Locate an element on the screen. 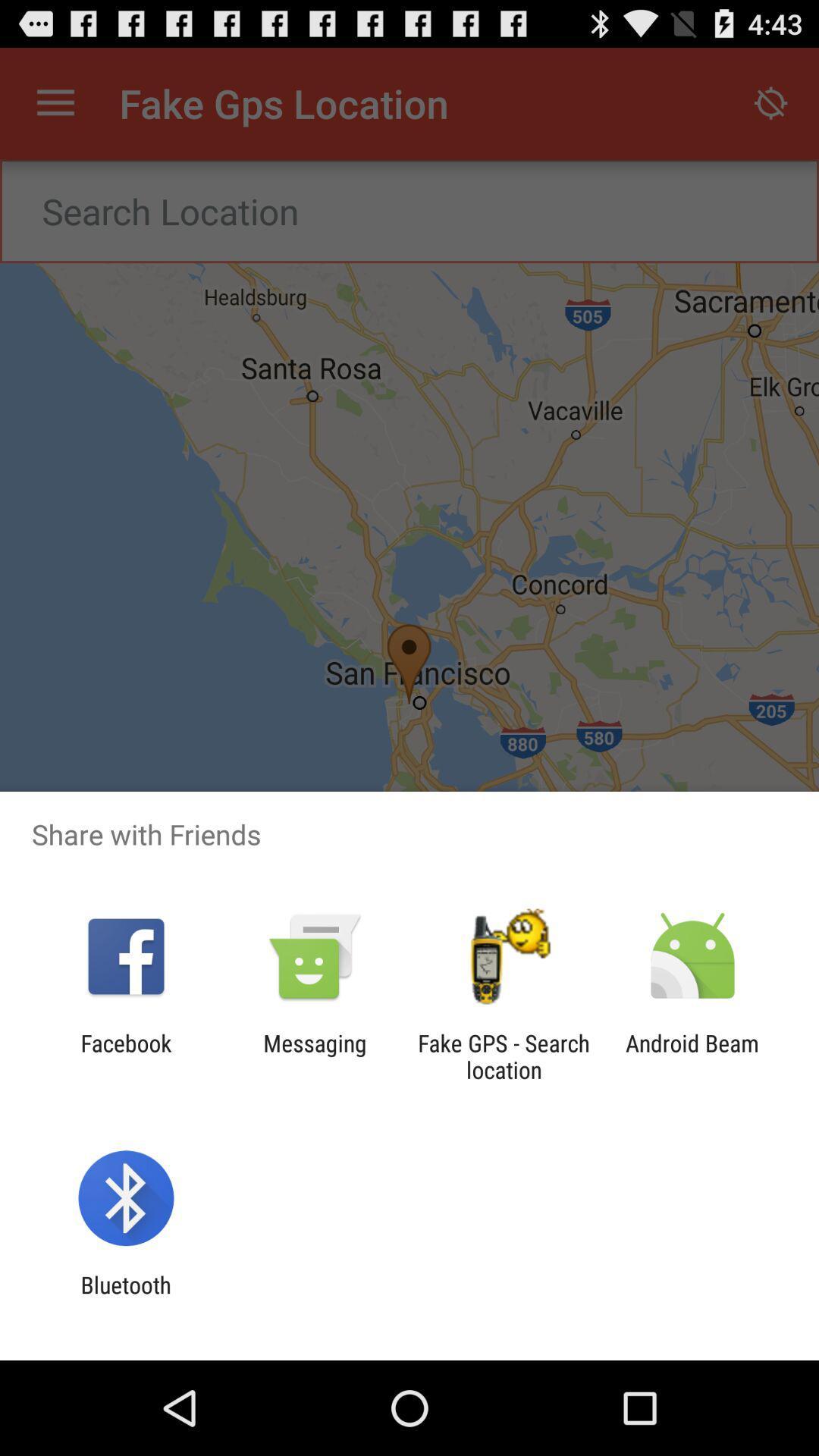 The width and height of the screenshot is (819, 1456). the fake gps search item is located at coordinates (504, 1056).